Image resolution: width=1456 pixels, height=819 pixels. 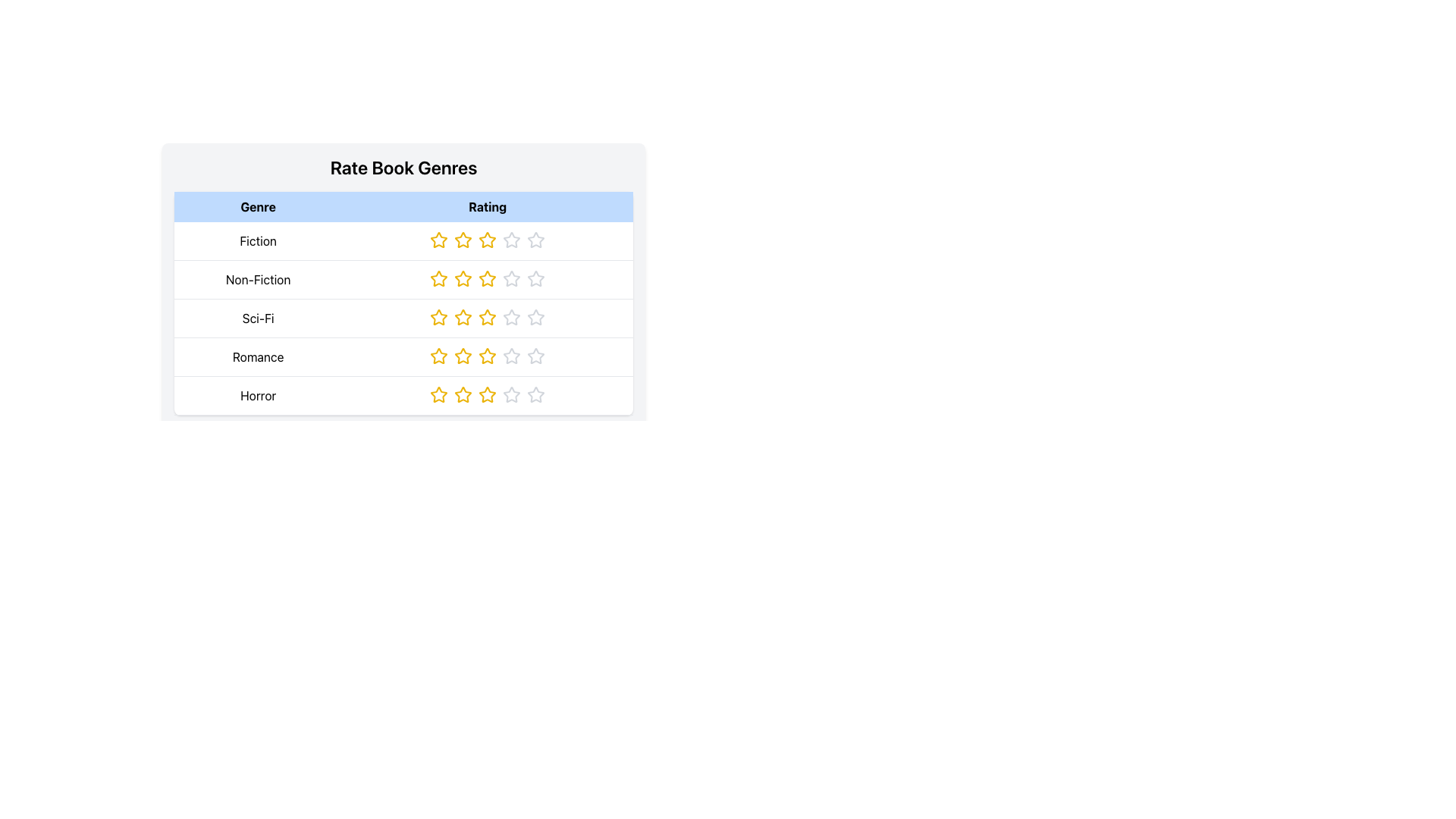 I want to click on the 'Horror' genre text label located in the last row of the genre column, aligned with the rating stars, so click(x=258, y=394).